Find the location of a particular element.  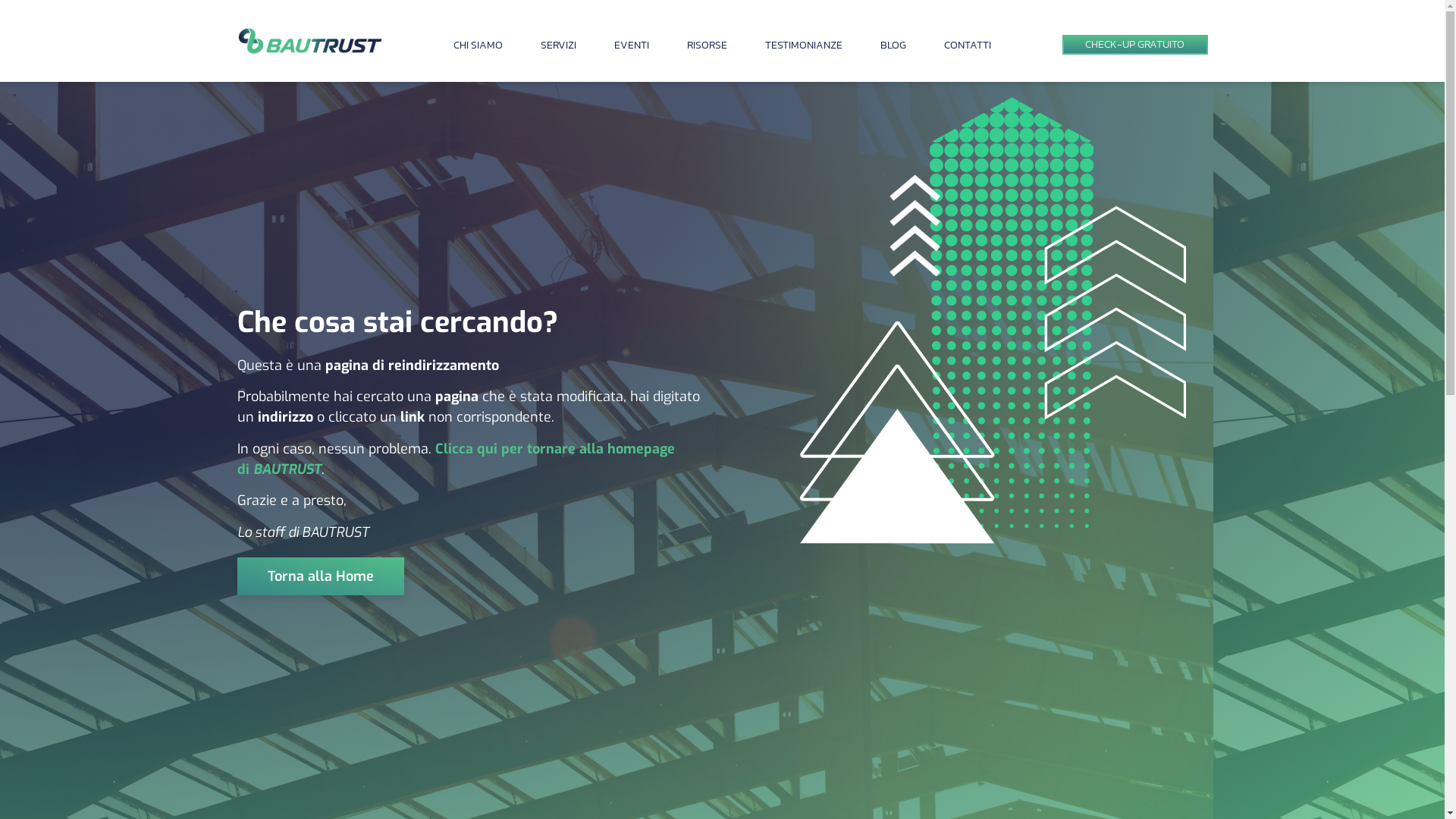

'CONTATTI' is located at coordinates (967, 45).